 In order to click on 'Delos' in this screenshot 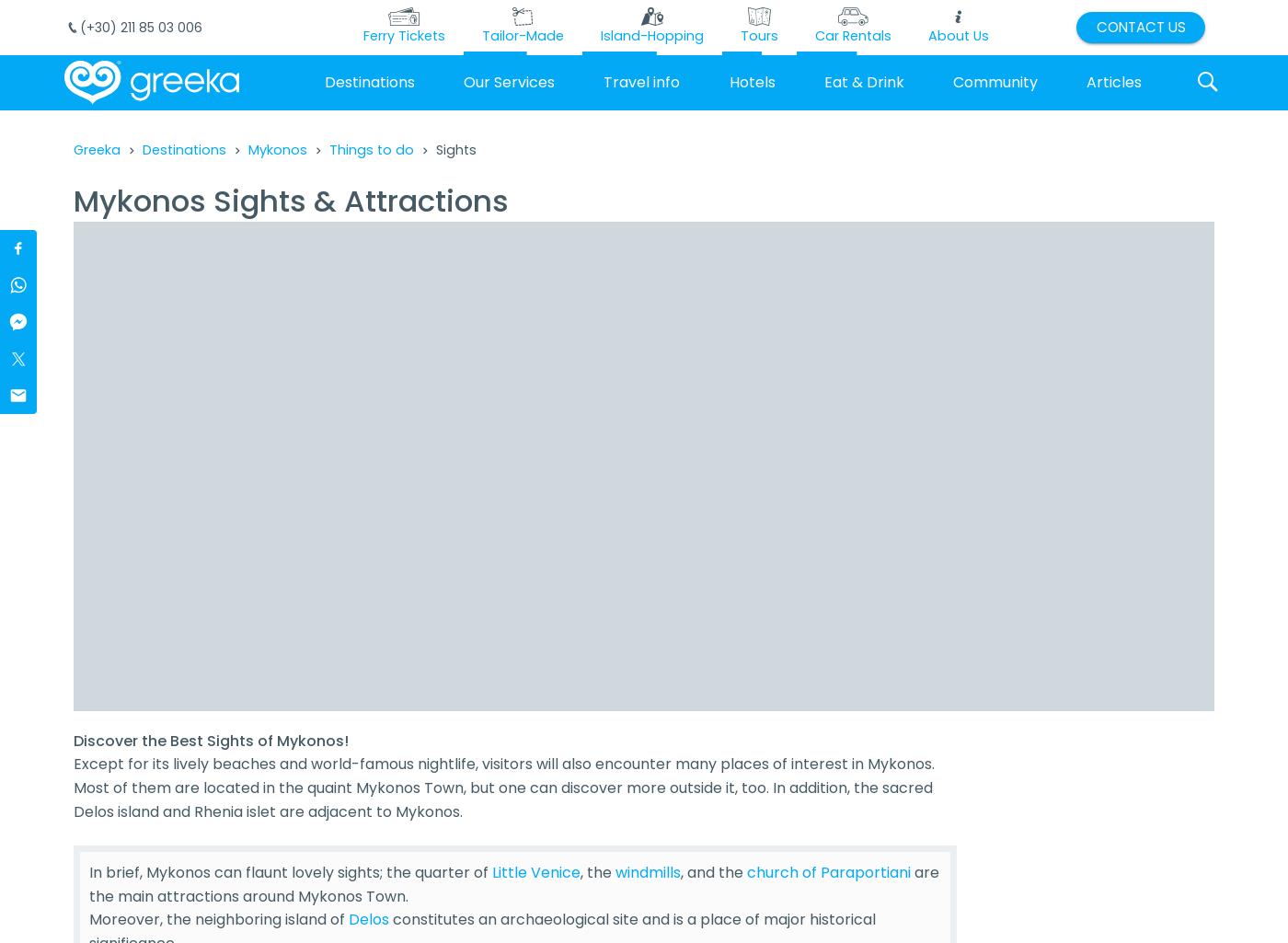, I will do `click(348, 918)`.